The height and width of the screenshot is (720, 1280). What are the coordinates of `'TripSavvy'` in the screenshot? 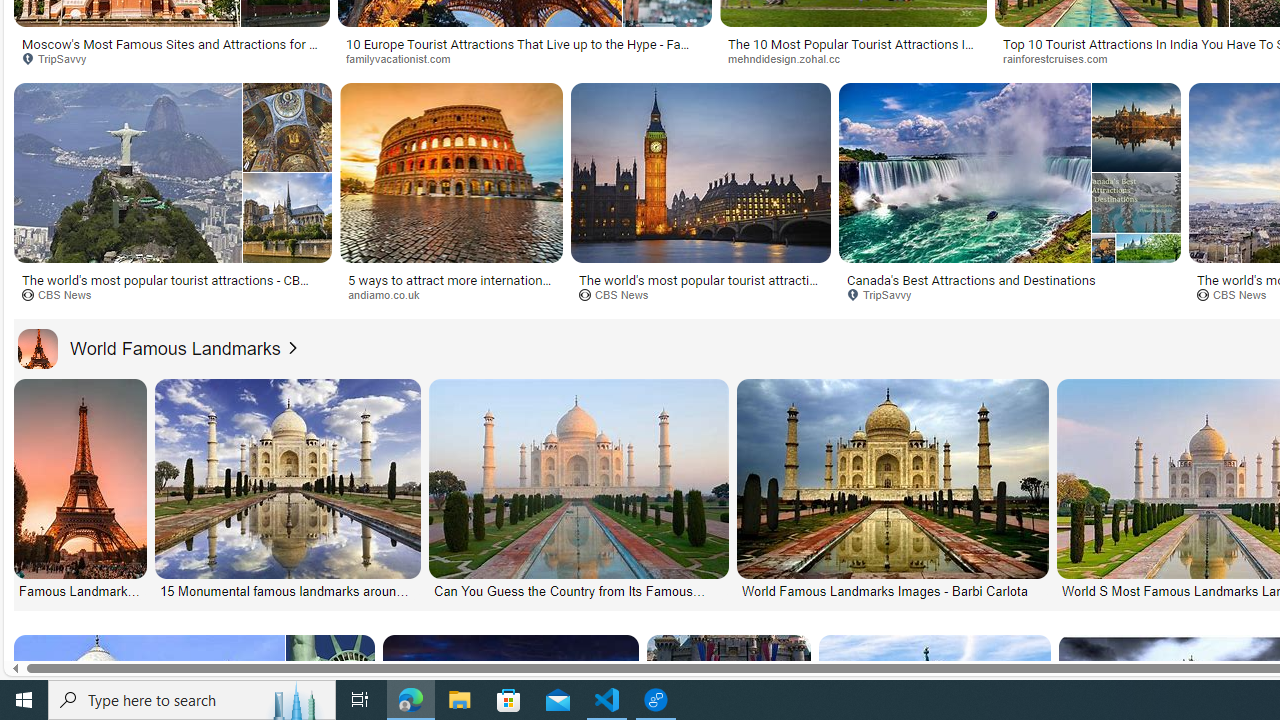 It's located at (885, 294).